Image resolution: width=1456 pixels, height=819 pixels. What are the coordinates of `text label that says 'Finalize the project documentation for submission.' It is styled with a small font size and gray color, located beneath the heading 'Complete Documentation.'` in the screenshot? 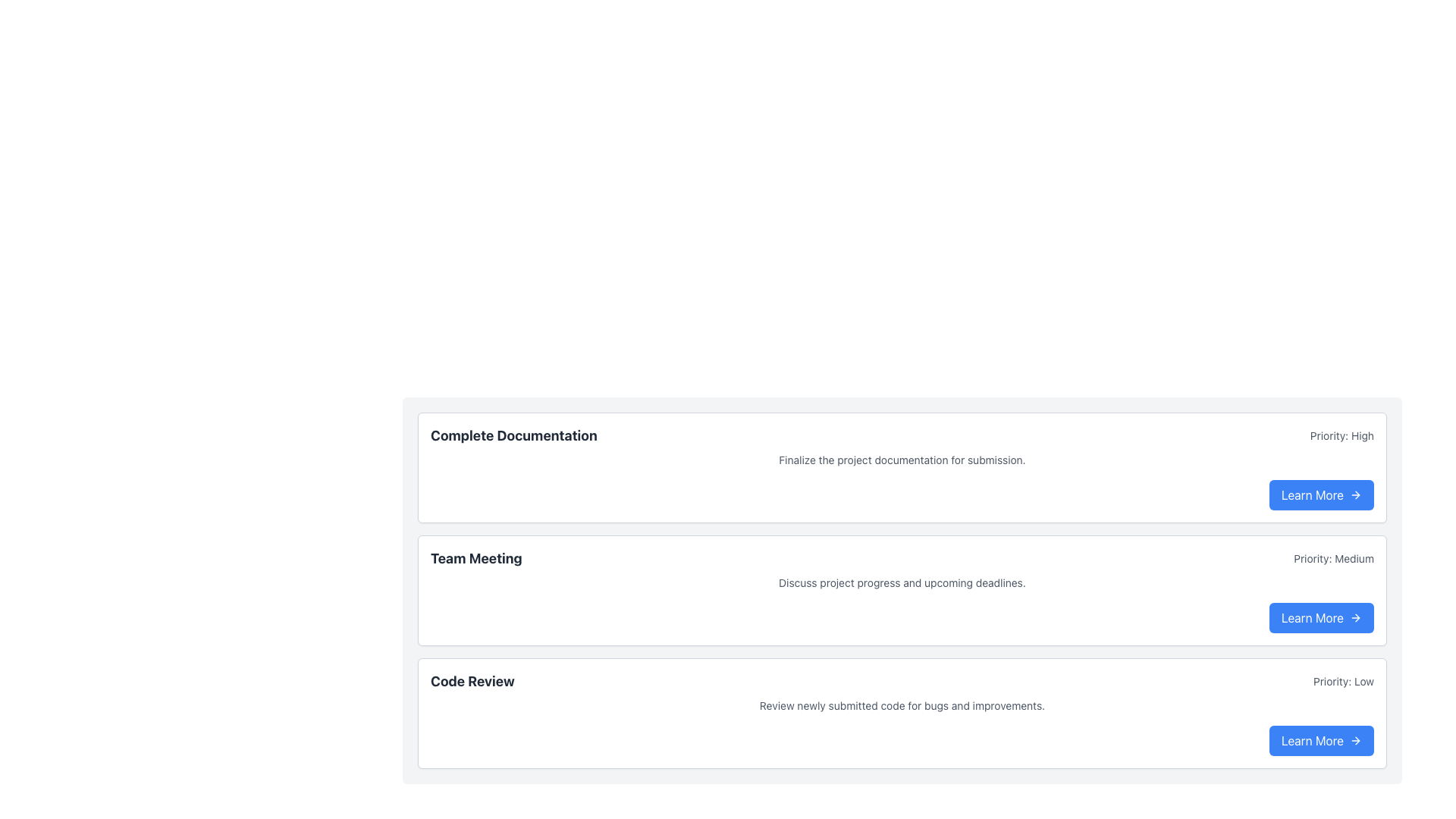 It's located at (902, 459).